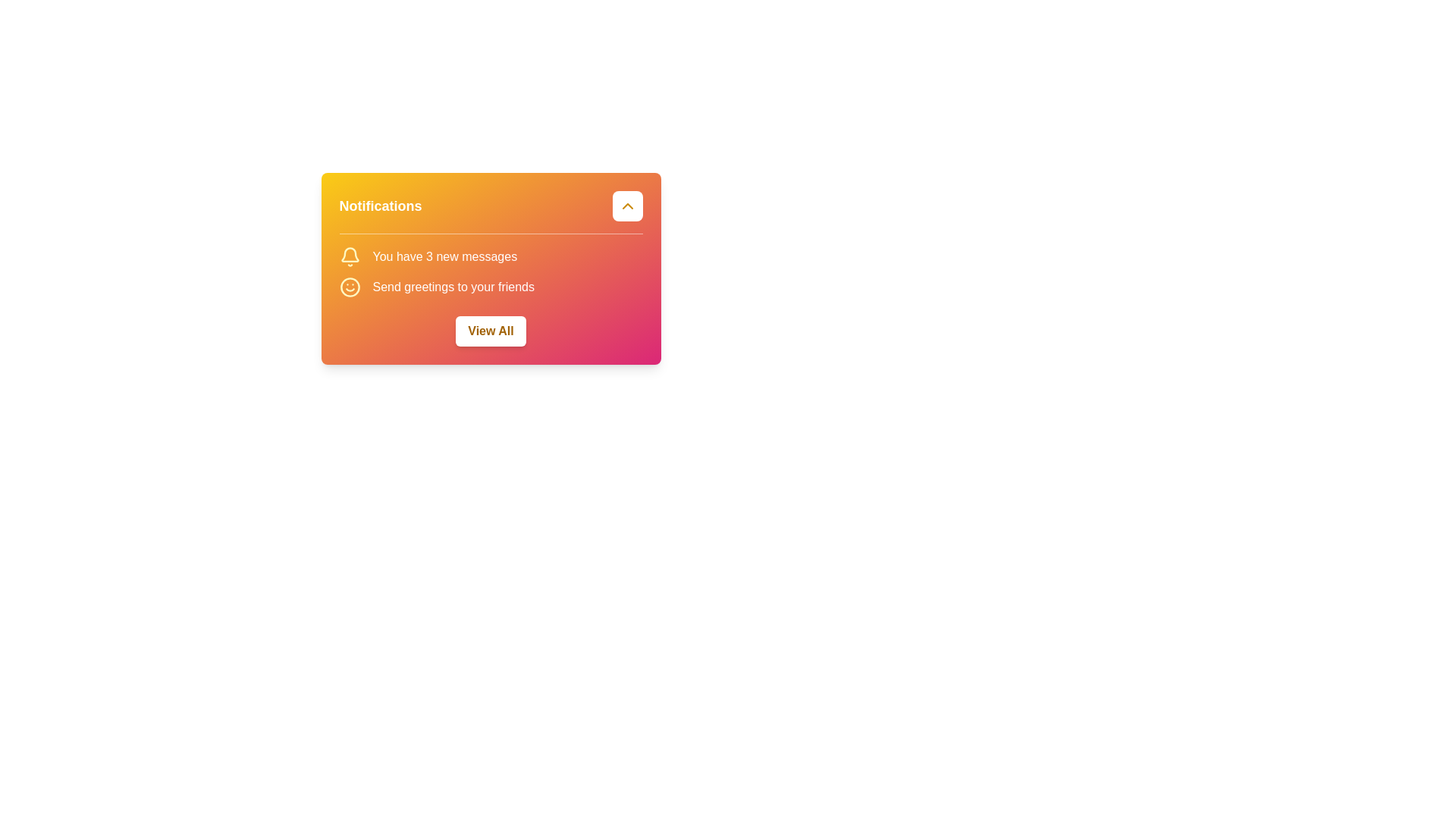  Describe the element at coordinates (491, 256) in the screenshot. I see `informational text indicating that the user has received new messages, which is the first item in the vertically stacked list group inside the notification card, located directly below the header of the card` at that location.